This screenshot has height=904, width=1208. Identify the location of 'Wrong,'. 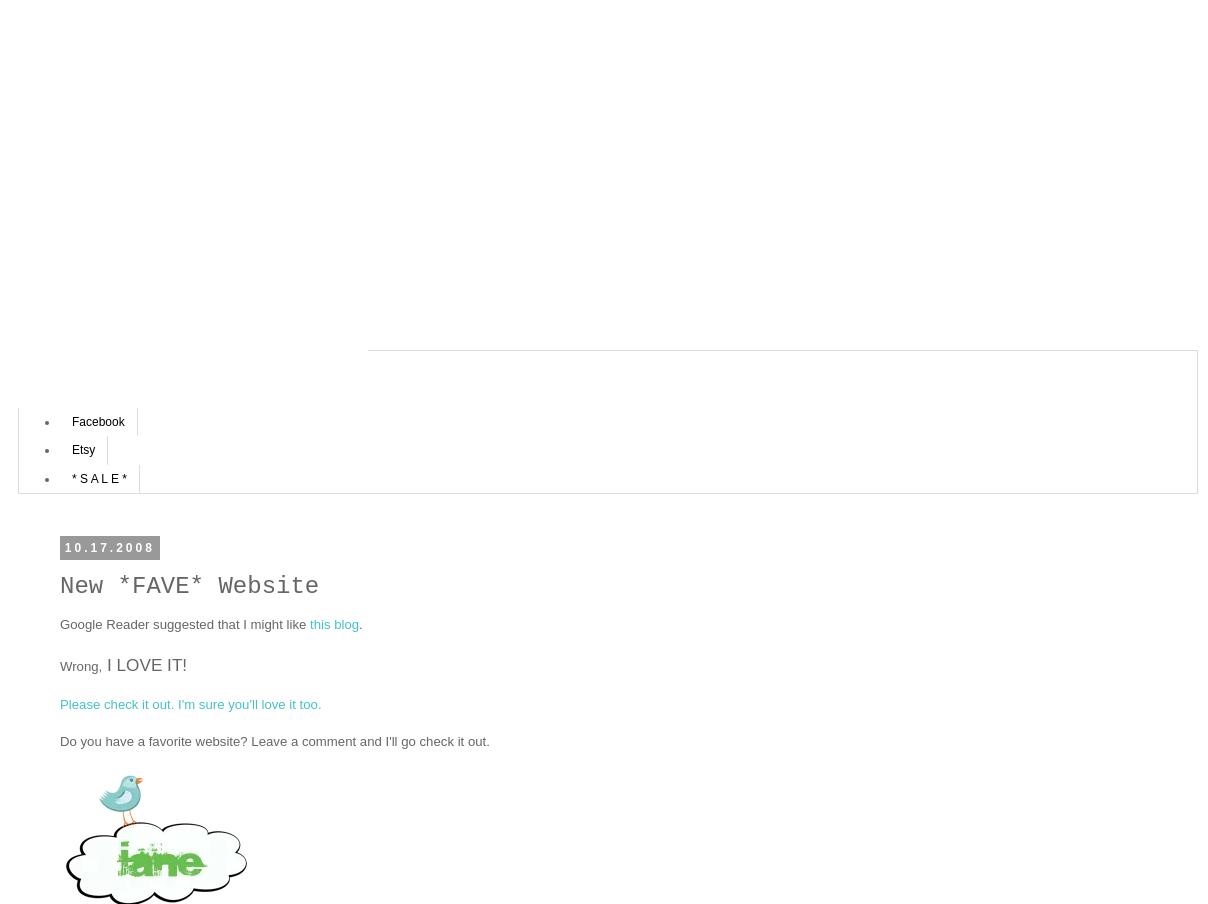
(80, 666).